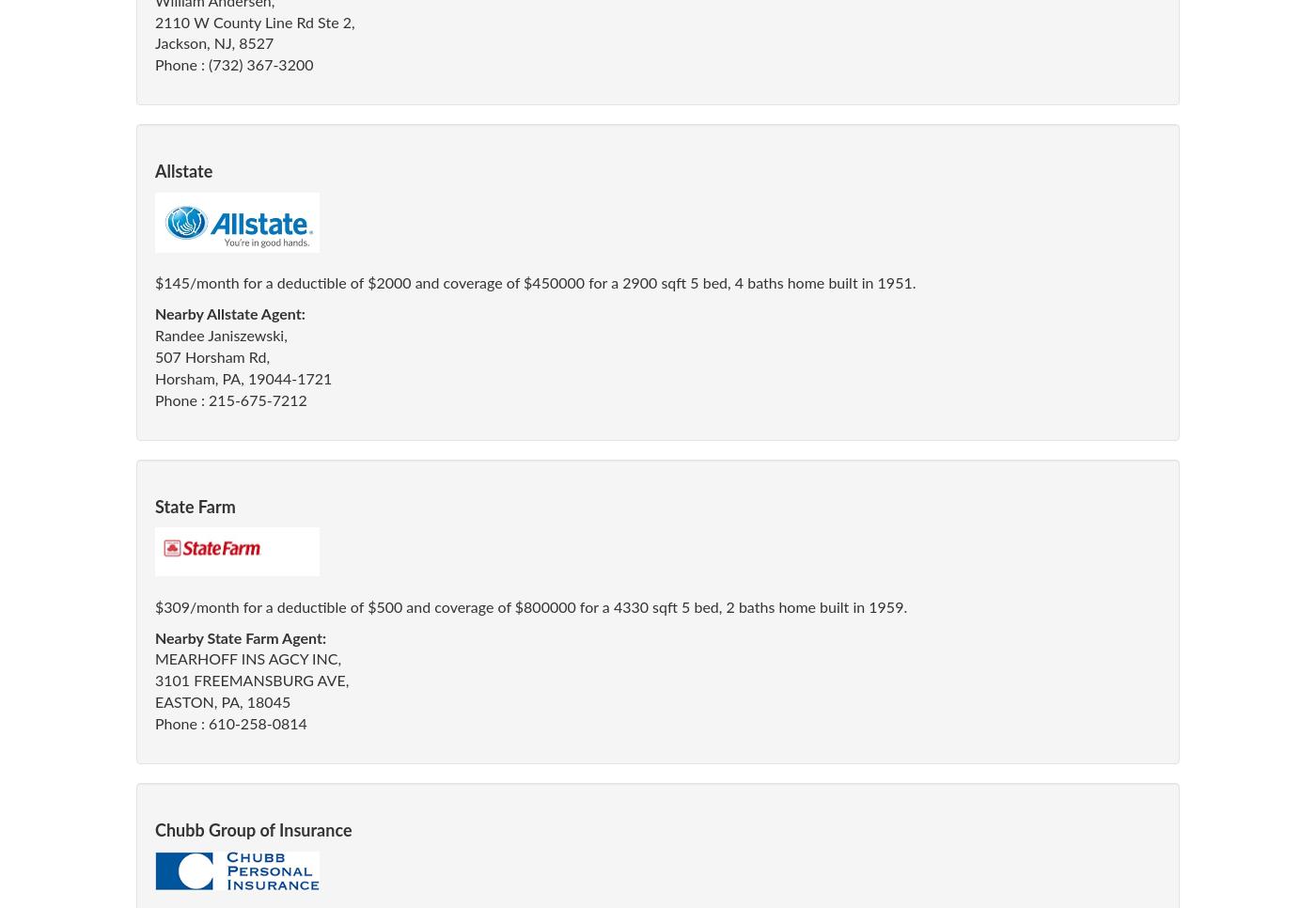 The image size is (1316, 908). Describe the element at coordinates (155, 21) in the screenshot. I see `'2110 W County Line Rd Ste 2,'` at that location.